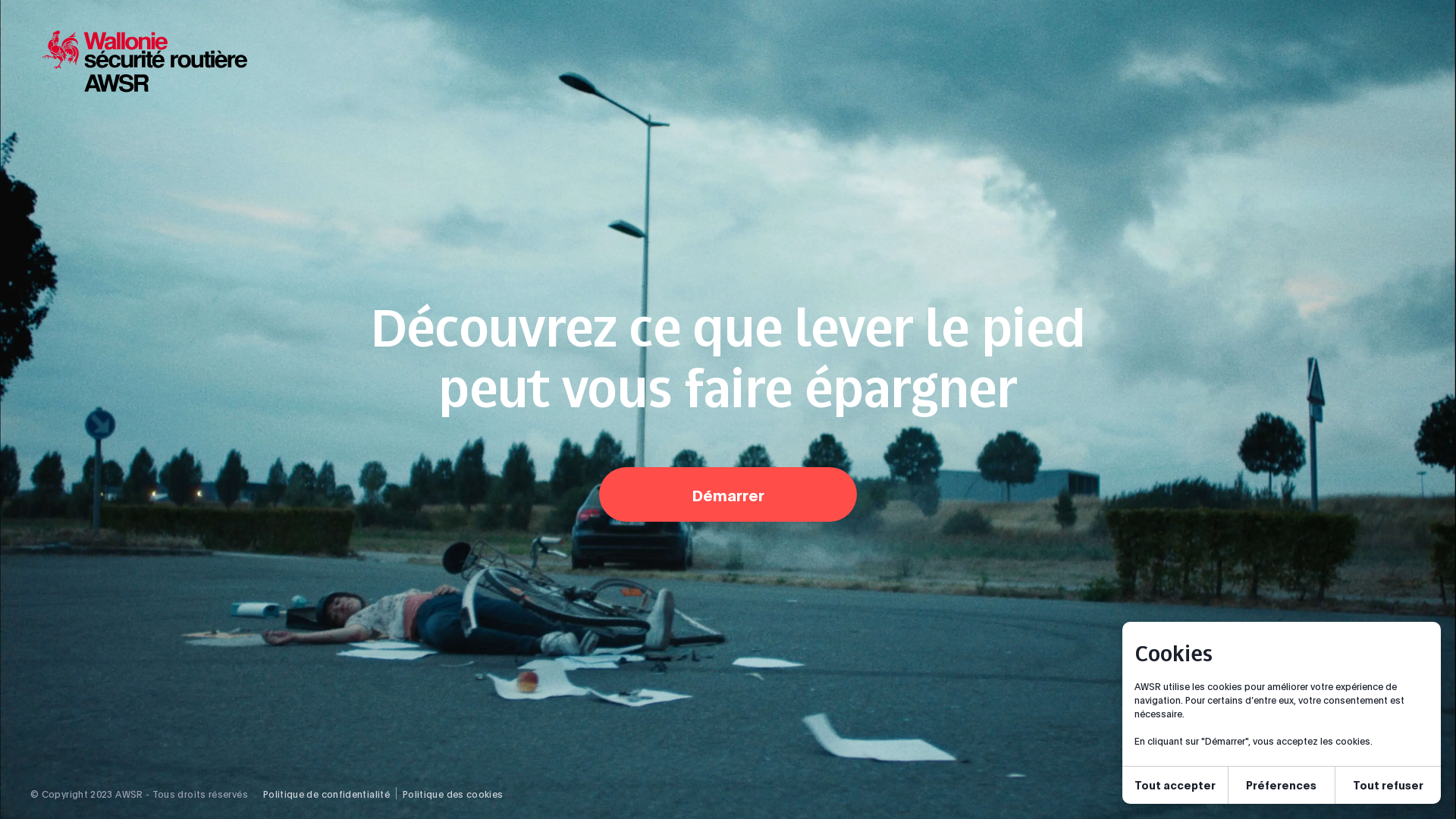 The image size is (1456, 819). Describe the element at coordinates (1335, 785) in the screenshot. I see `'Tout refuser'` at that location.